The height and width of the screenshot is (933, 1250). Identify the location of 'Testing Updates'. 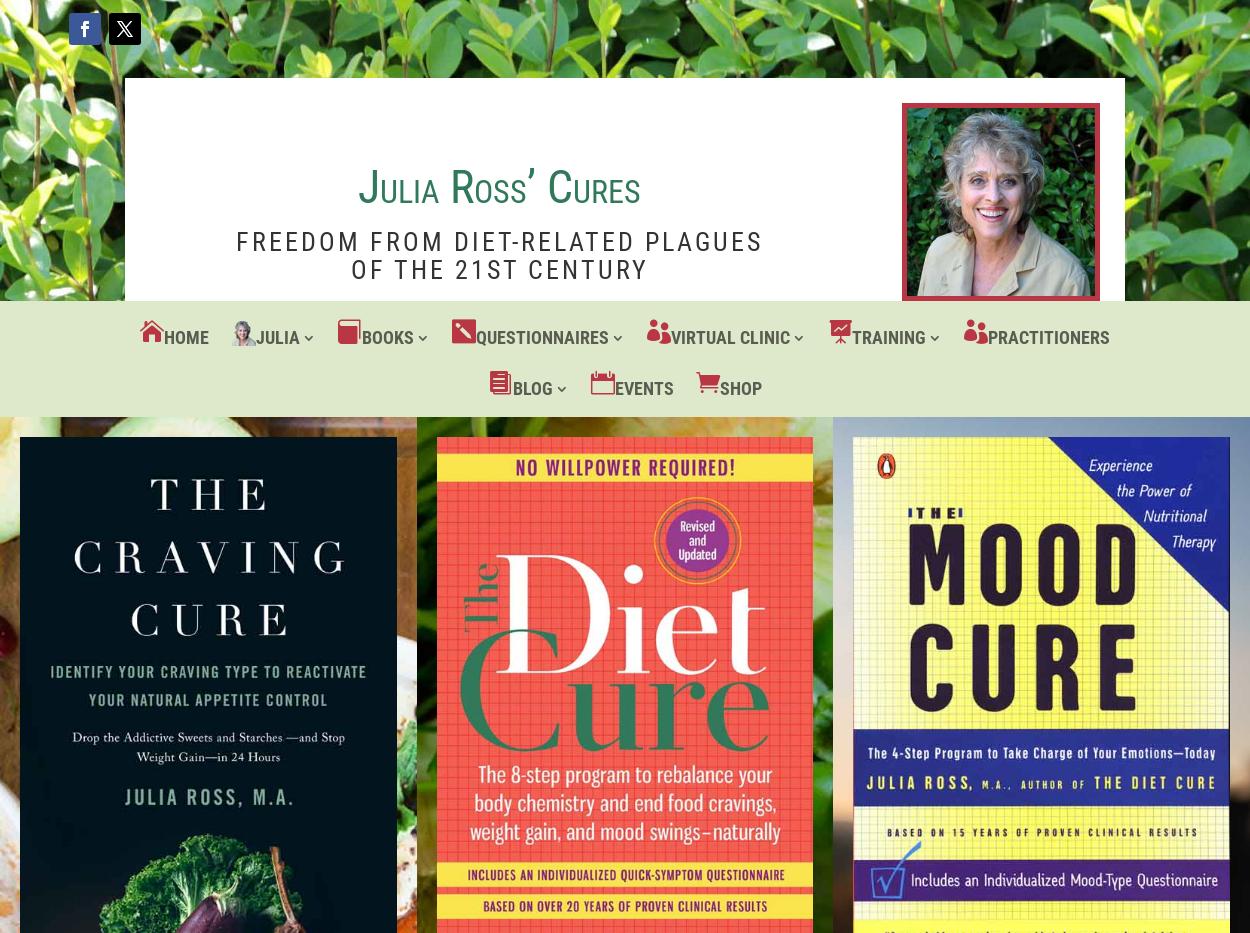
(585, 652).